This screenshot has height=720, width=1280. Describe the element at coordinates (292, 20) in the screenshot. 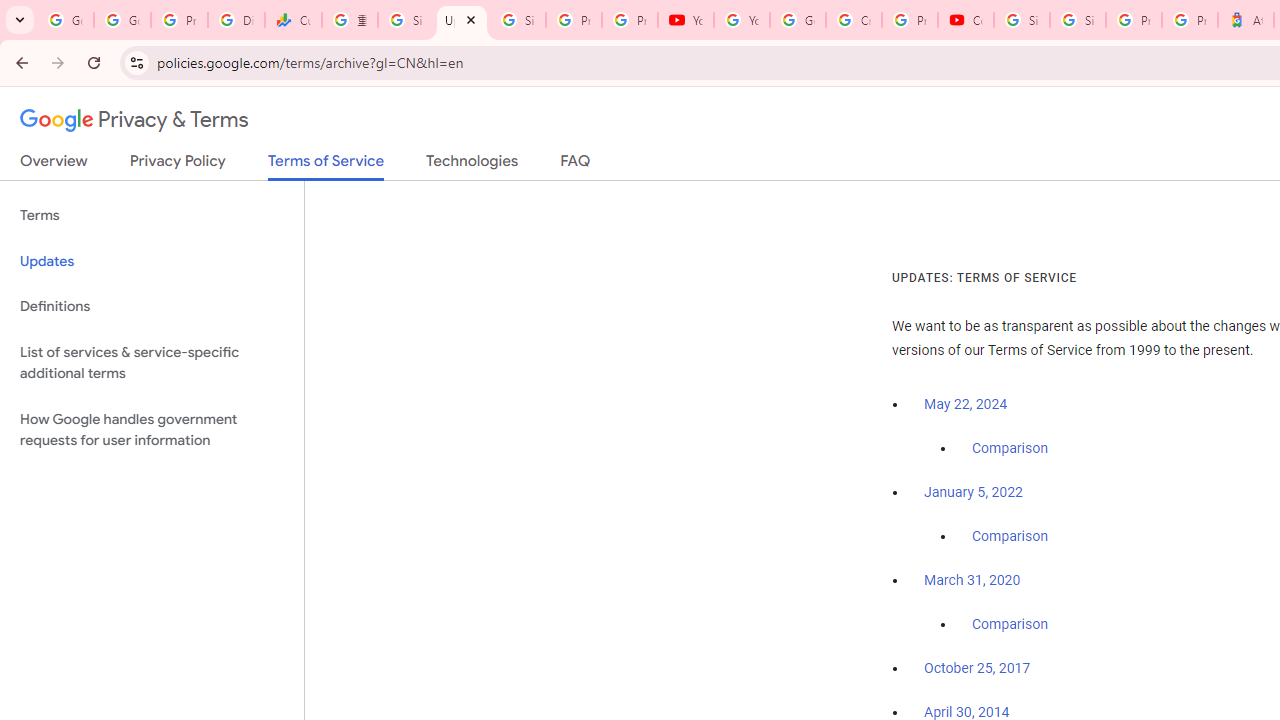

I see `'Currencies - Google Finance'` at that location.